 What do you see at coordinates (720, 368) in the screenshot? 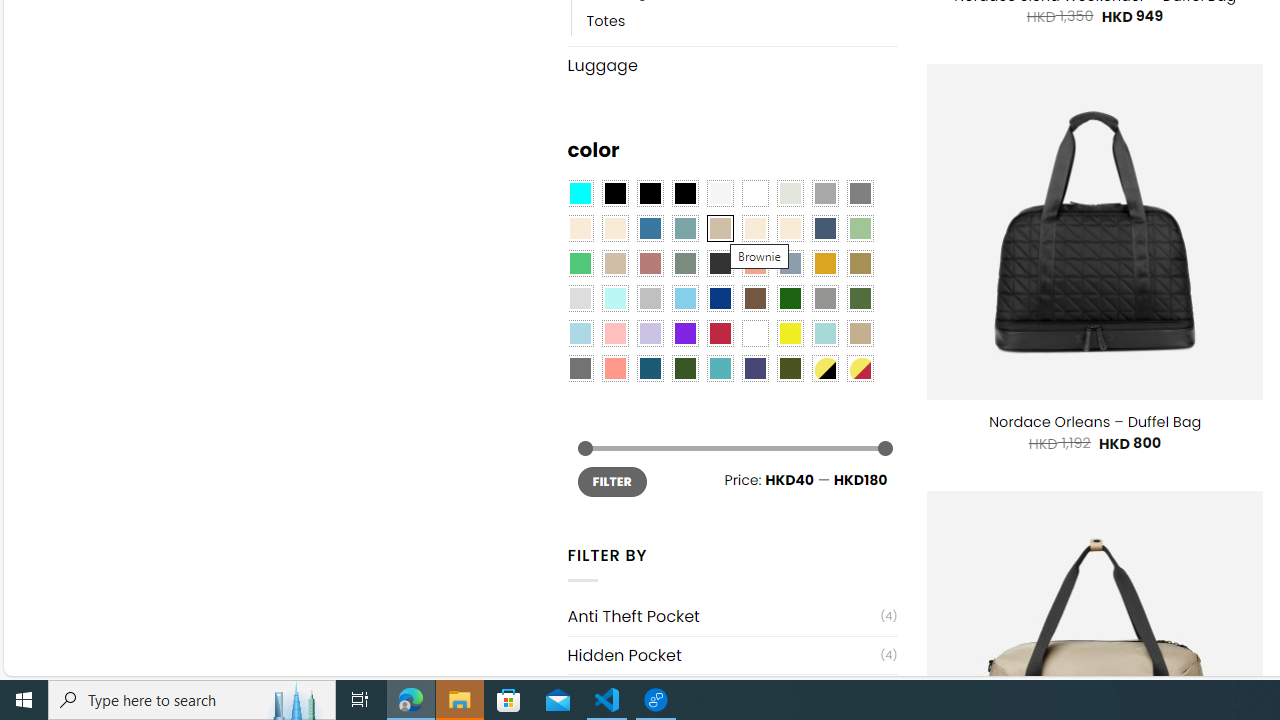
I see `'Teal'` at bounding box center [720, 368].